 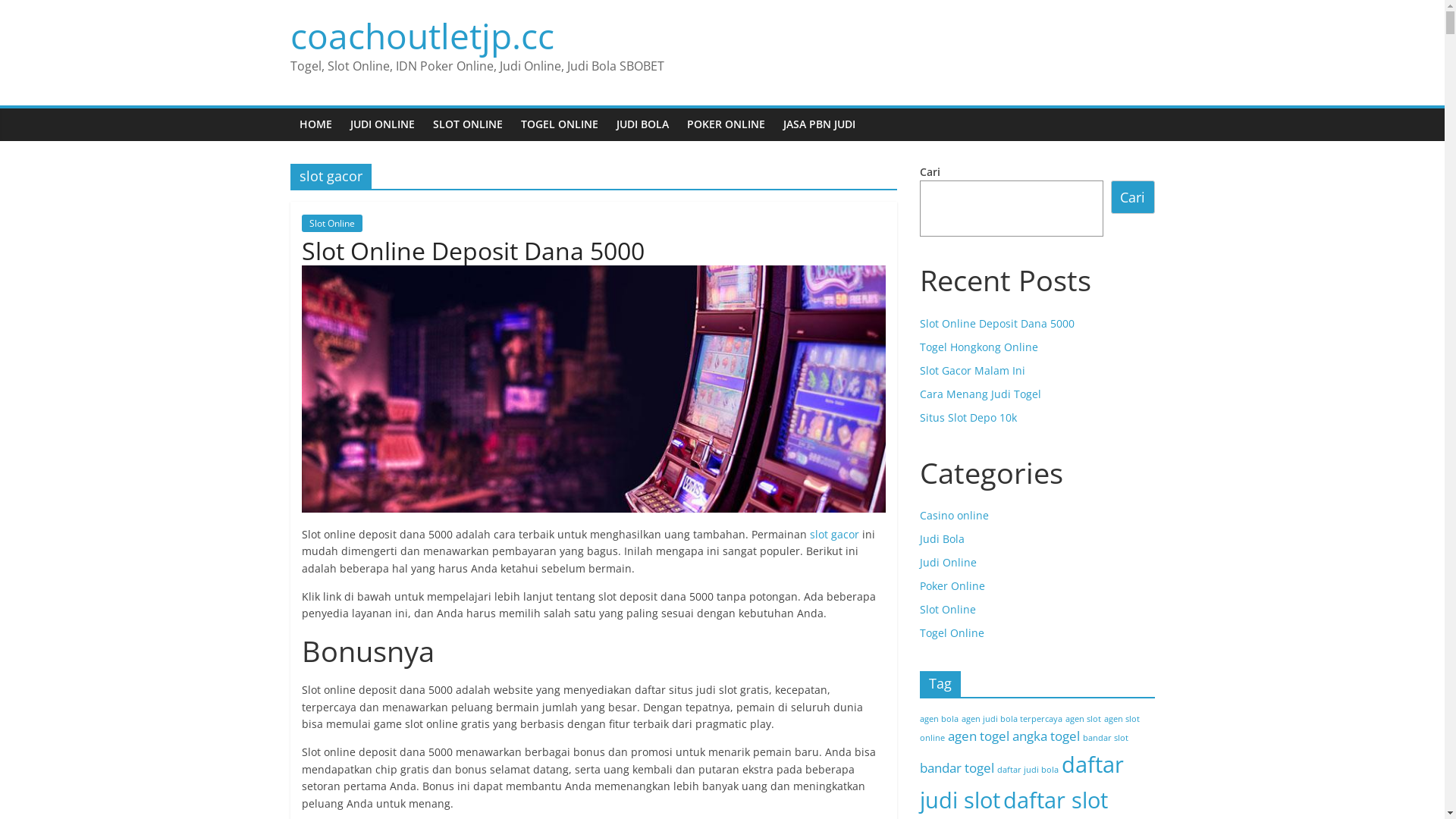 What do you see at coordinates (952, 514) in the screenshot?
I see `'Casino online'` at bounding box center [952, 514].